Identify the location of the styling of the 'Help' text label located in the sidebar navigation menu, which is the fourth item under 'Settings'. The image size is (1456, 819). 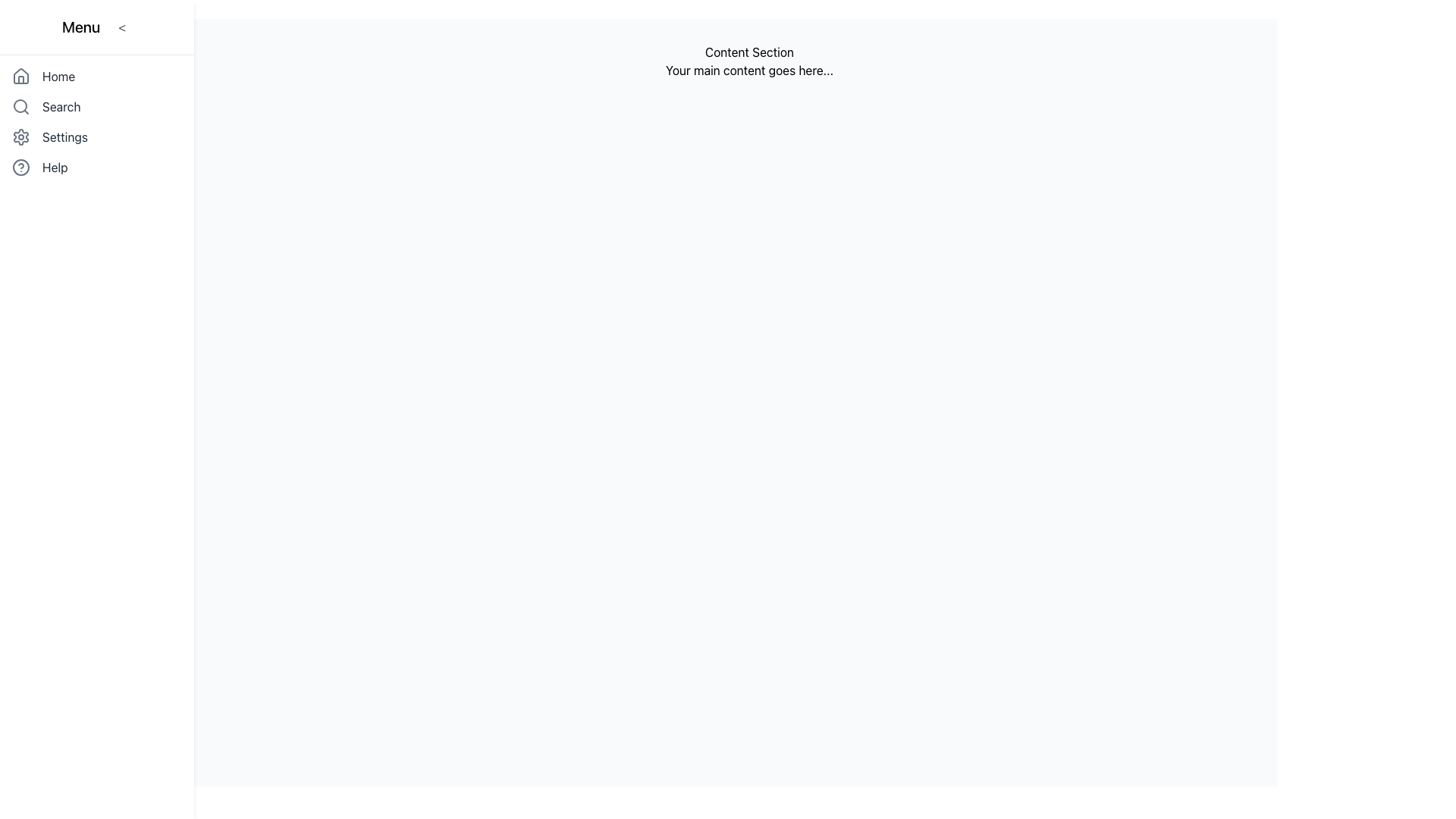
(55, 167).